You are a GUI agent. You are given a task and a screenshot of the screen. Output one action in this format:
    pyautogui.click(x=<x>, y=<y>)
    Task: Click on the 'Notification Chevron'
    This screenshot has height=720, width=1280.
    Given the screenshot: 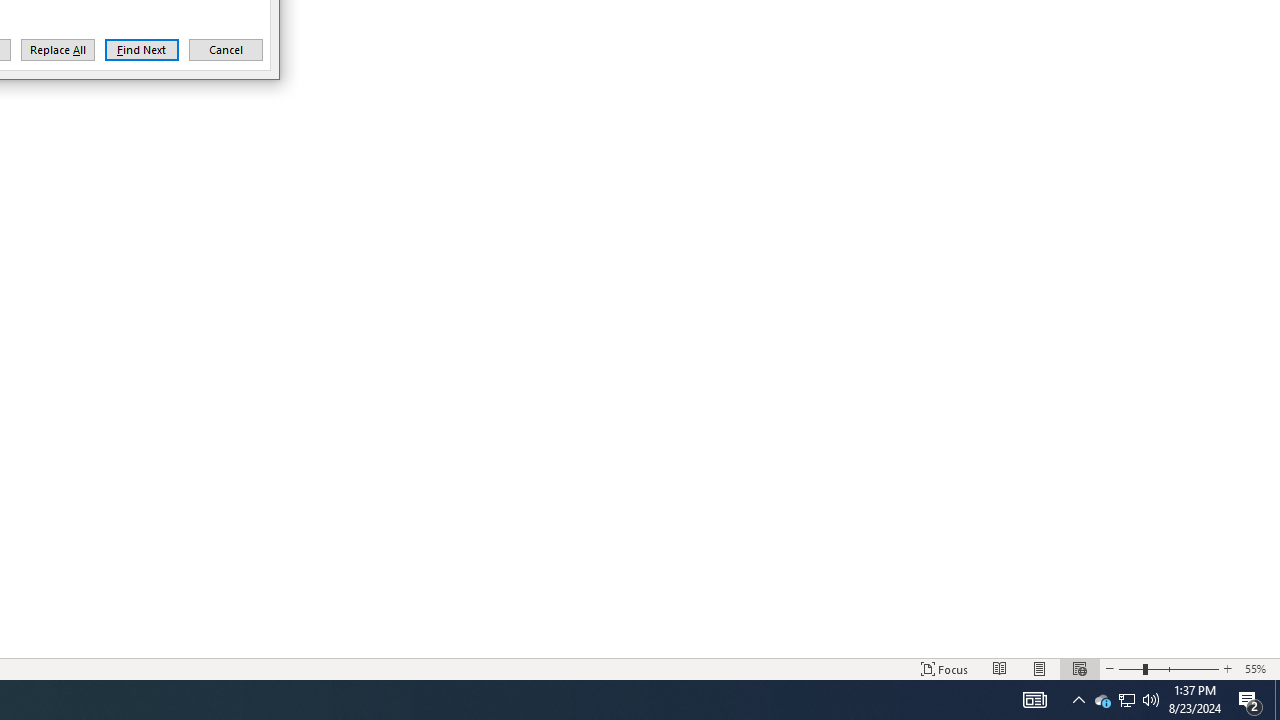 What is the action you would take?
    pyautogui.click(x=1078, y=698)
    